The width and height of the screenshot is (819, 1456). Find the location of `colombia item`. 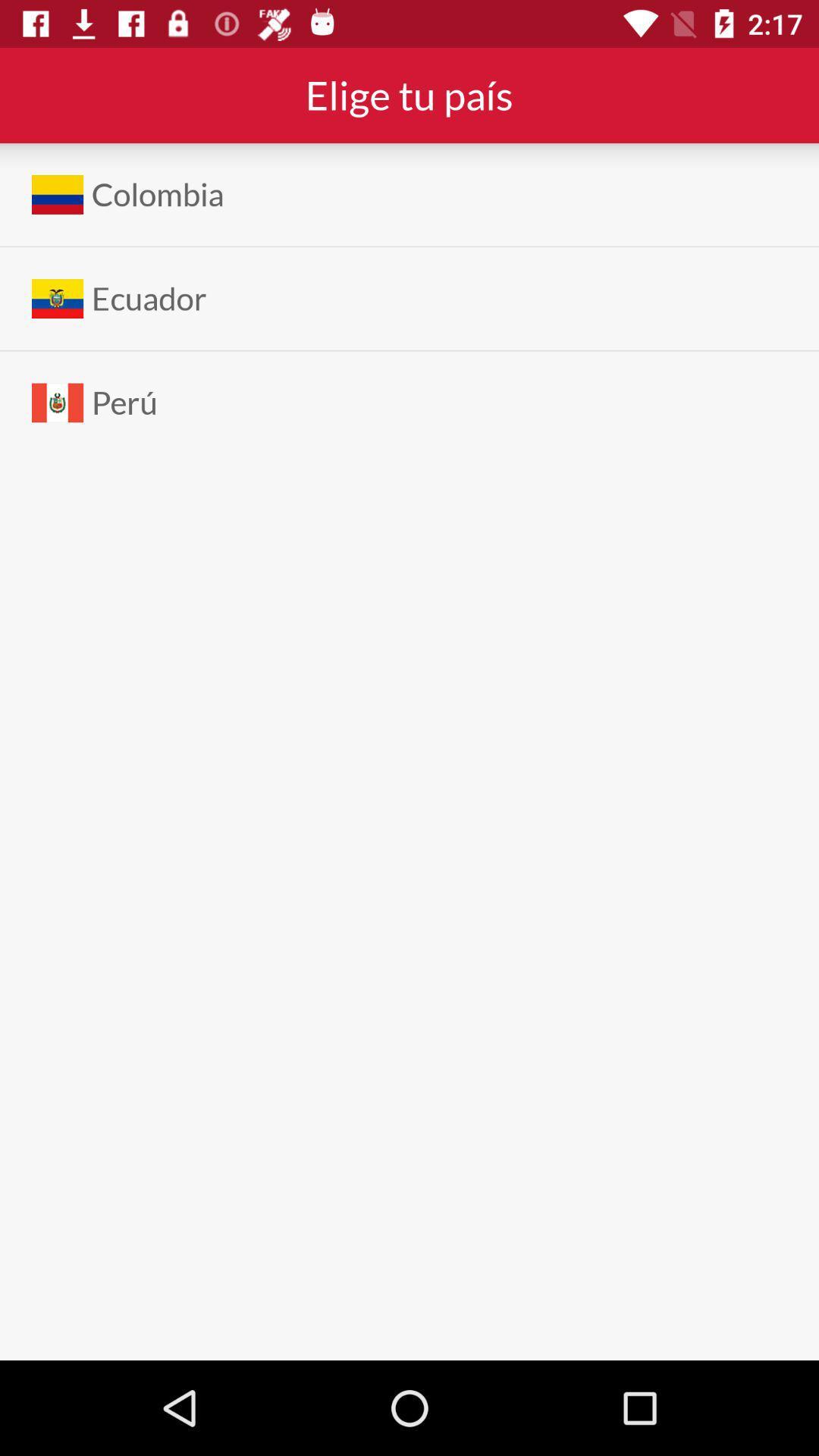

colombia item is located at coordinates (158, 193).